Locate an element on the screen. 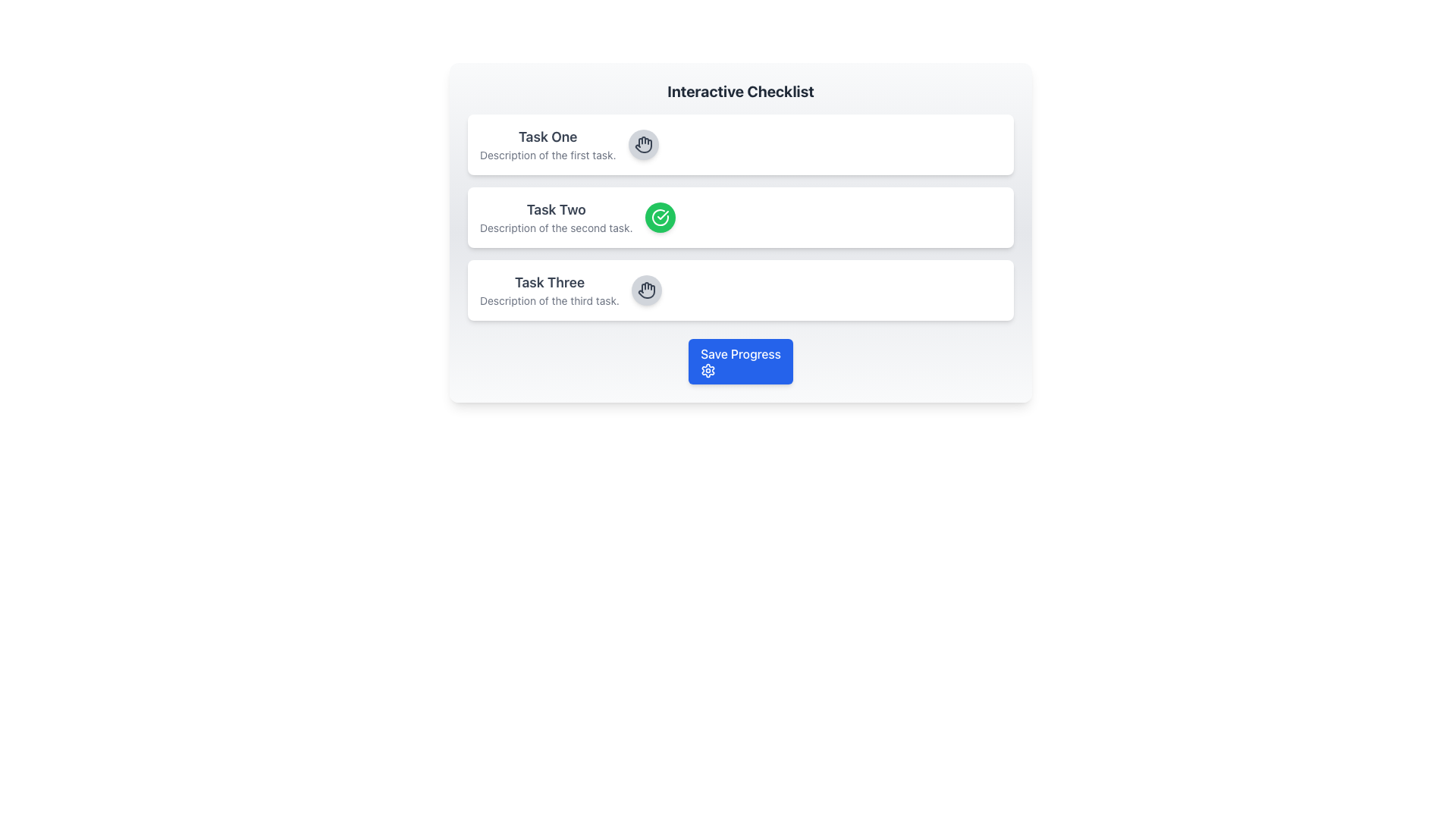 The height and width of the screenshot is (819, 1456). the green circular icon with a checkmark in the center, which is the second icon in the vertical task list associated with 'Task Two' is located at coordinates (660, 217).